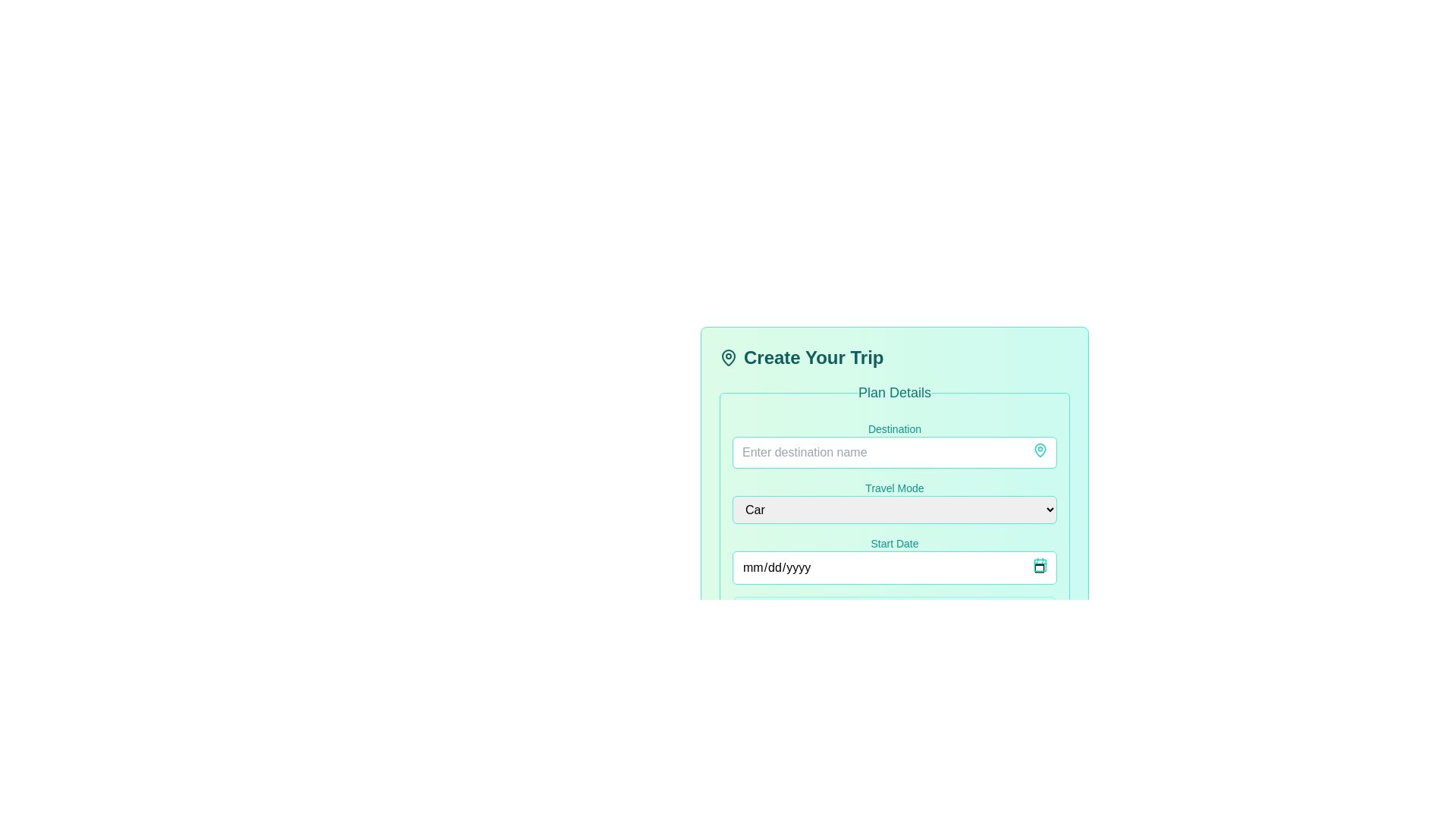 This screenshot has height=819, width=1456. What do you see at coordinates (1040, 564) in the screenshot?
I see `the calendar icon located in the bottom right corner of the 'Start Date' input field` at bounding box center [1040, 564].